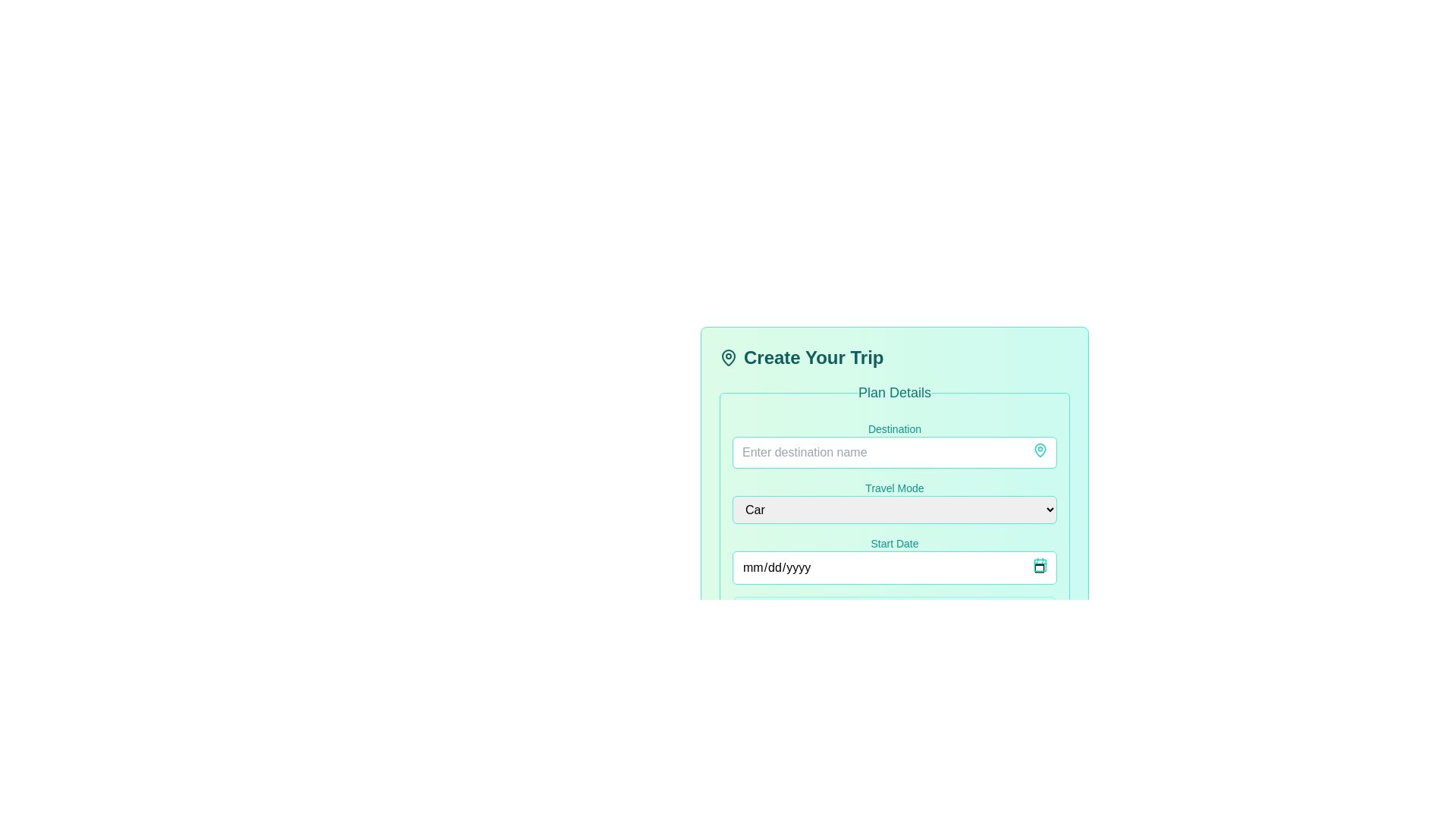 This screenshot has height=819, width=1456. What do you see at coordinates (1040, 564) in the screenshot?
I see `the calendar icon located in the bottom right corner of the 'Start Date' input field` at bounding box center [1040, 564].